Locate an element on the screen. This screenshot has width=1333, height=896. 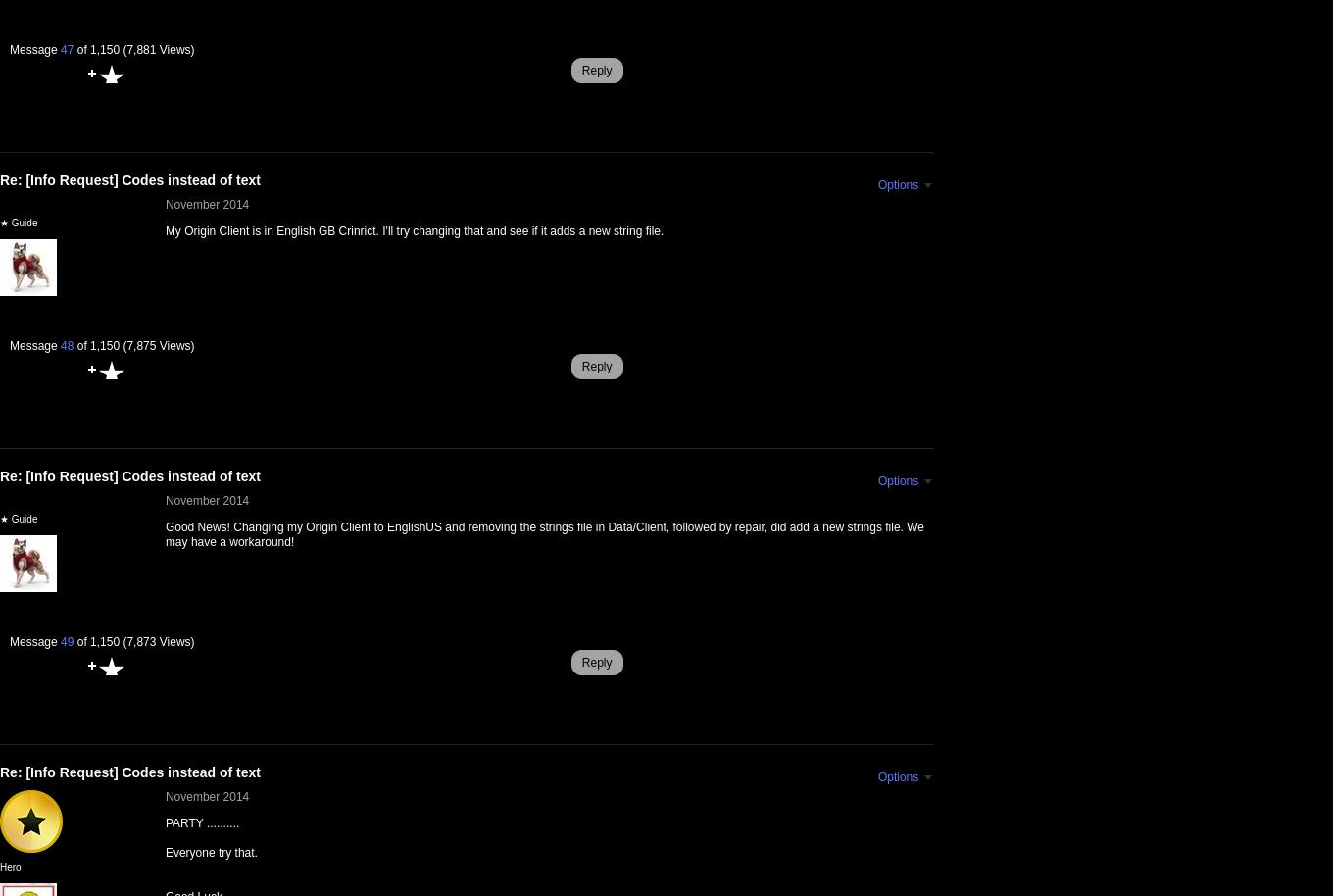
'Everyone try that.' is located at coordinates (210, 852).